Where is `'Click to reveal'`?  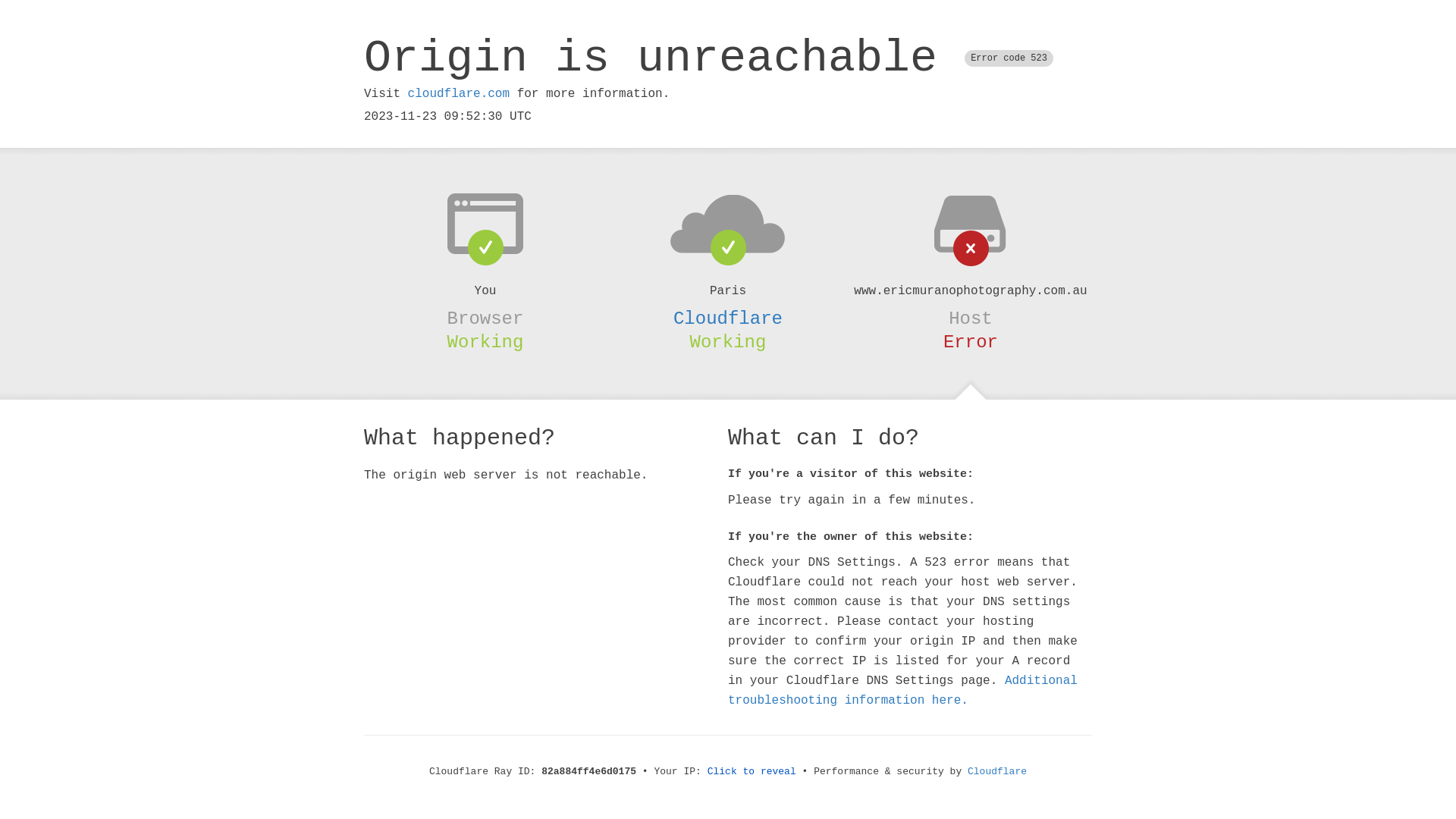 'Click to reveal' is located at coordinates (752, 771).